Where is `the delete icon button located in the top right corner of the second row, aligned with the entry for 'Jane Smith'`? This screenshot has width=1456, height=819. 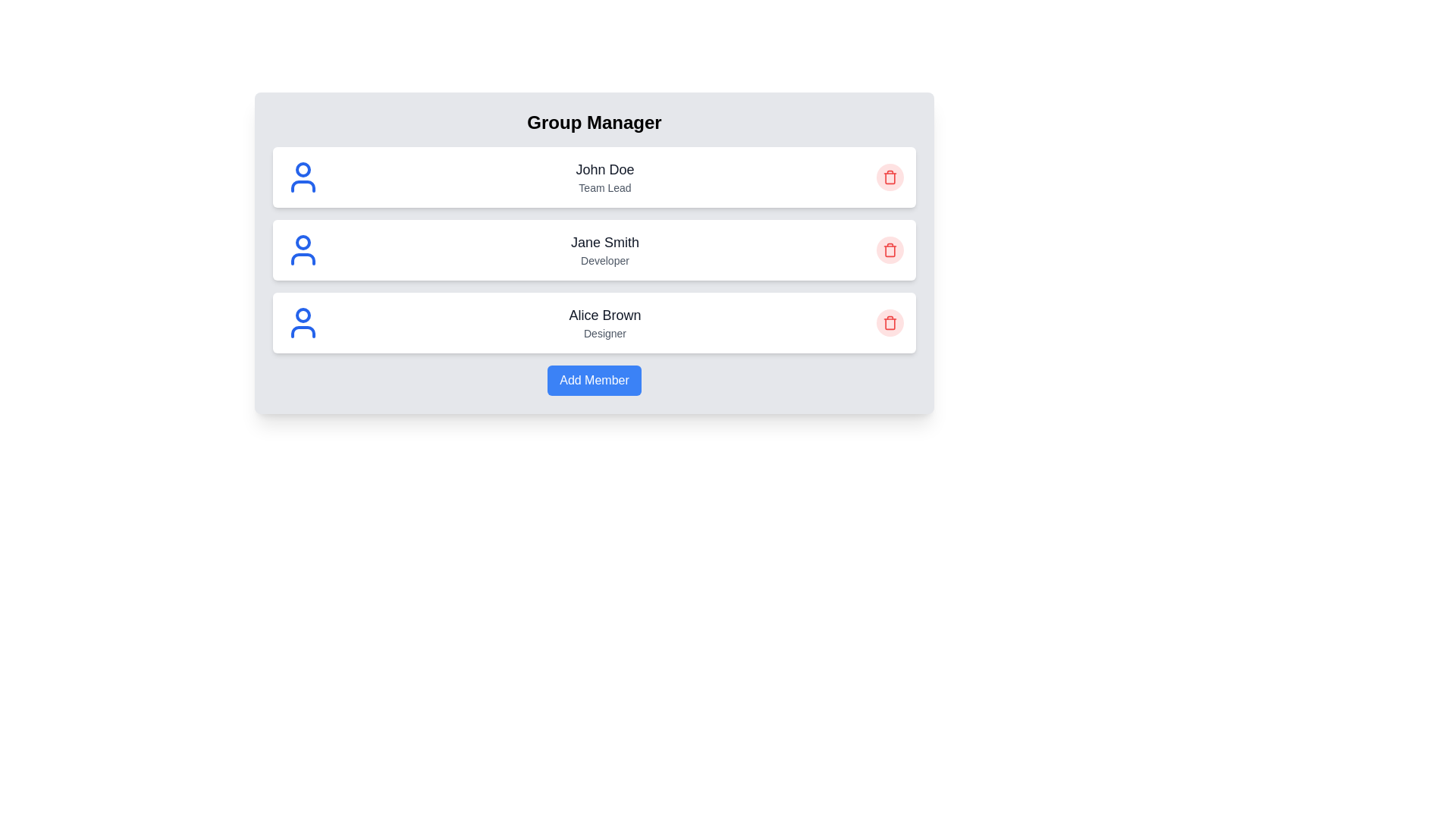 the delete icon button located in the top right corner of the second row, aligned with the entry for 'Jane Smith' is located at coordinates (890, 322).